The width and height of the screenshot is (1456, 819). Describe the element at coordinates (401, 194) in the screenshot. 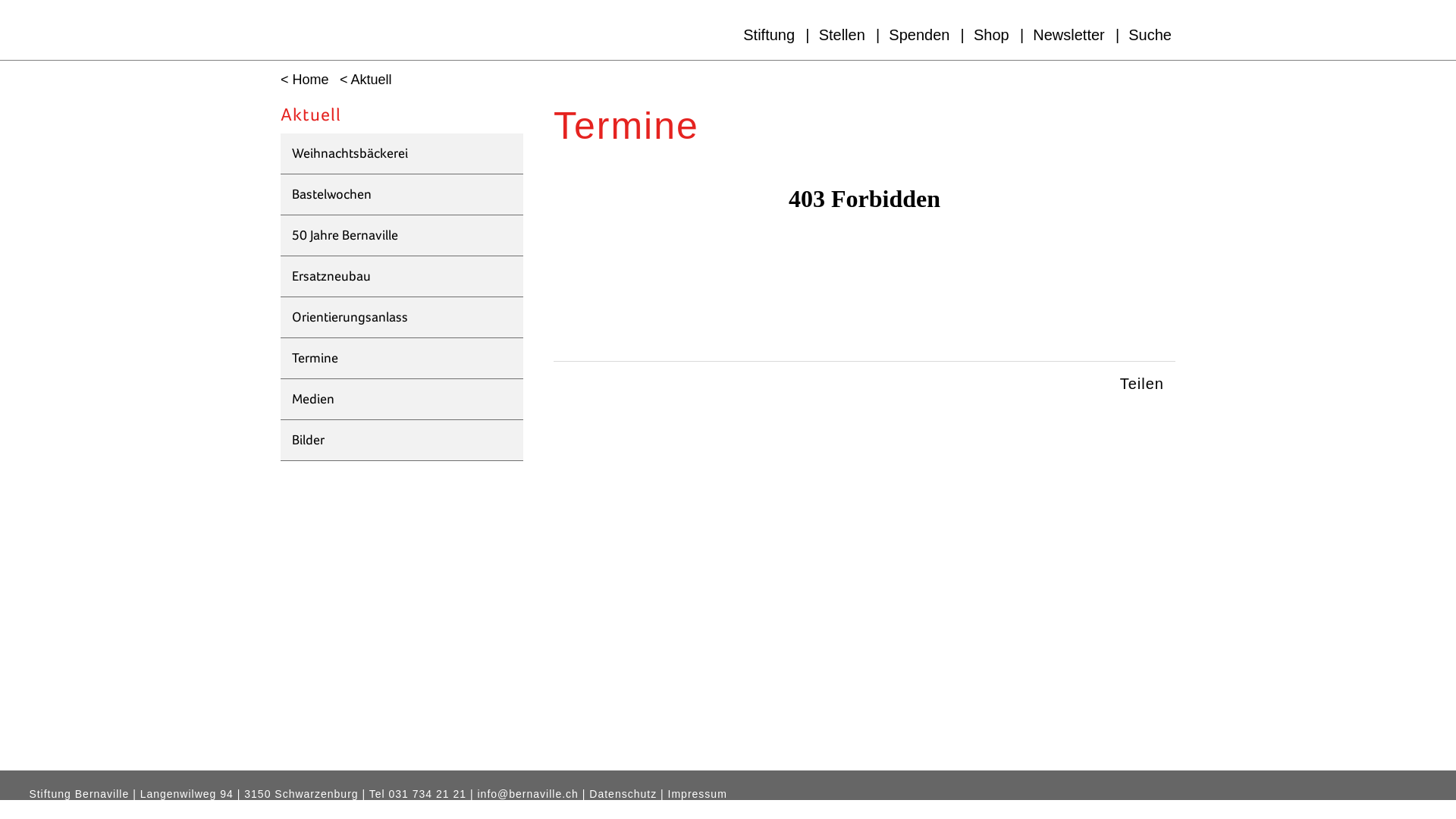

I see `'Bastelwochen'` at that location.